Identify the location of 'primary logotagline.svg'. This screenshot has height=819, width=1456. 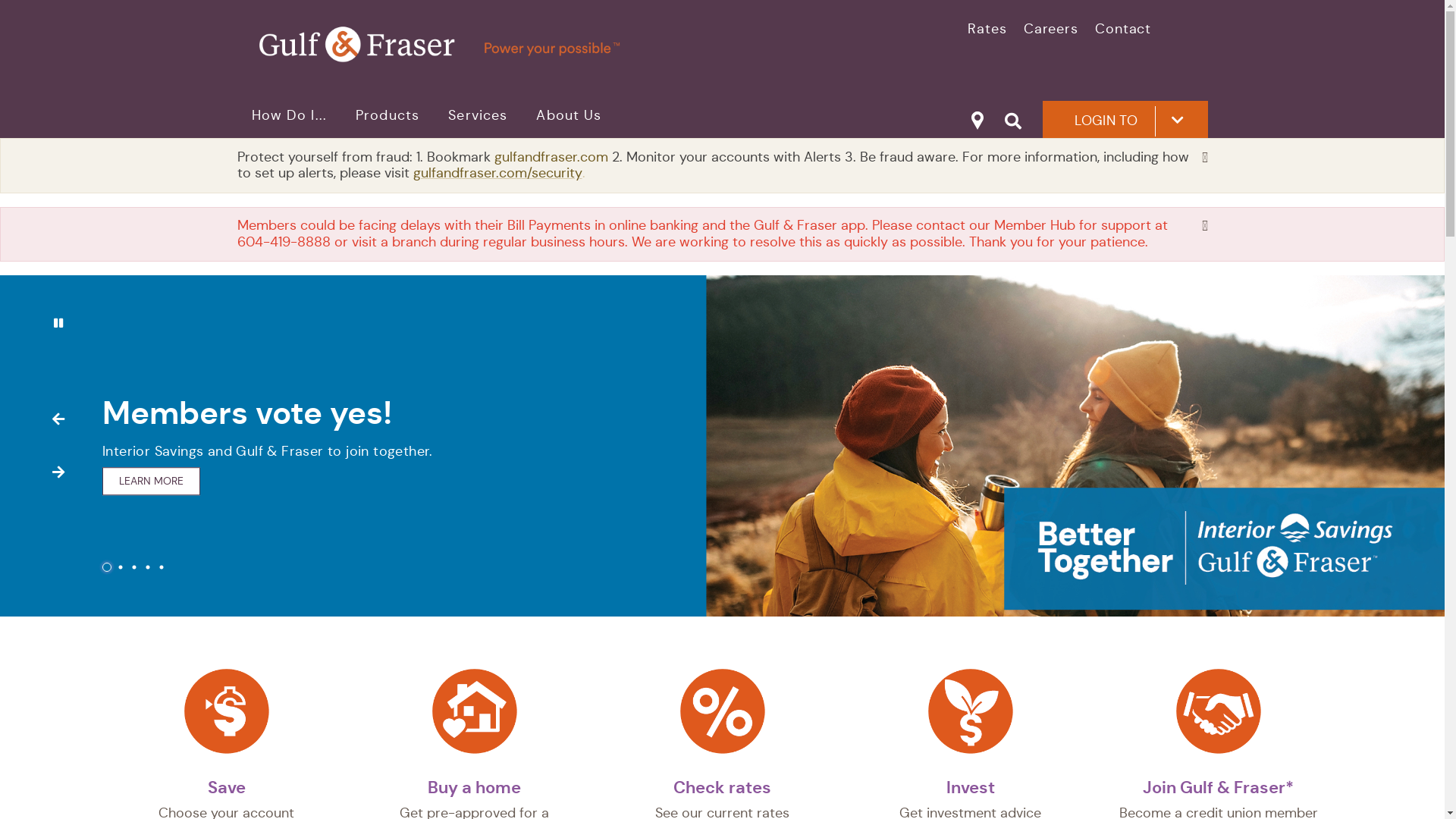
(437, 42).